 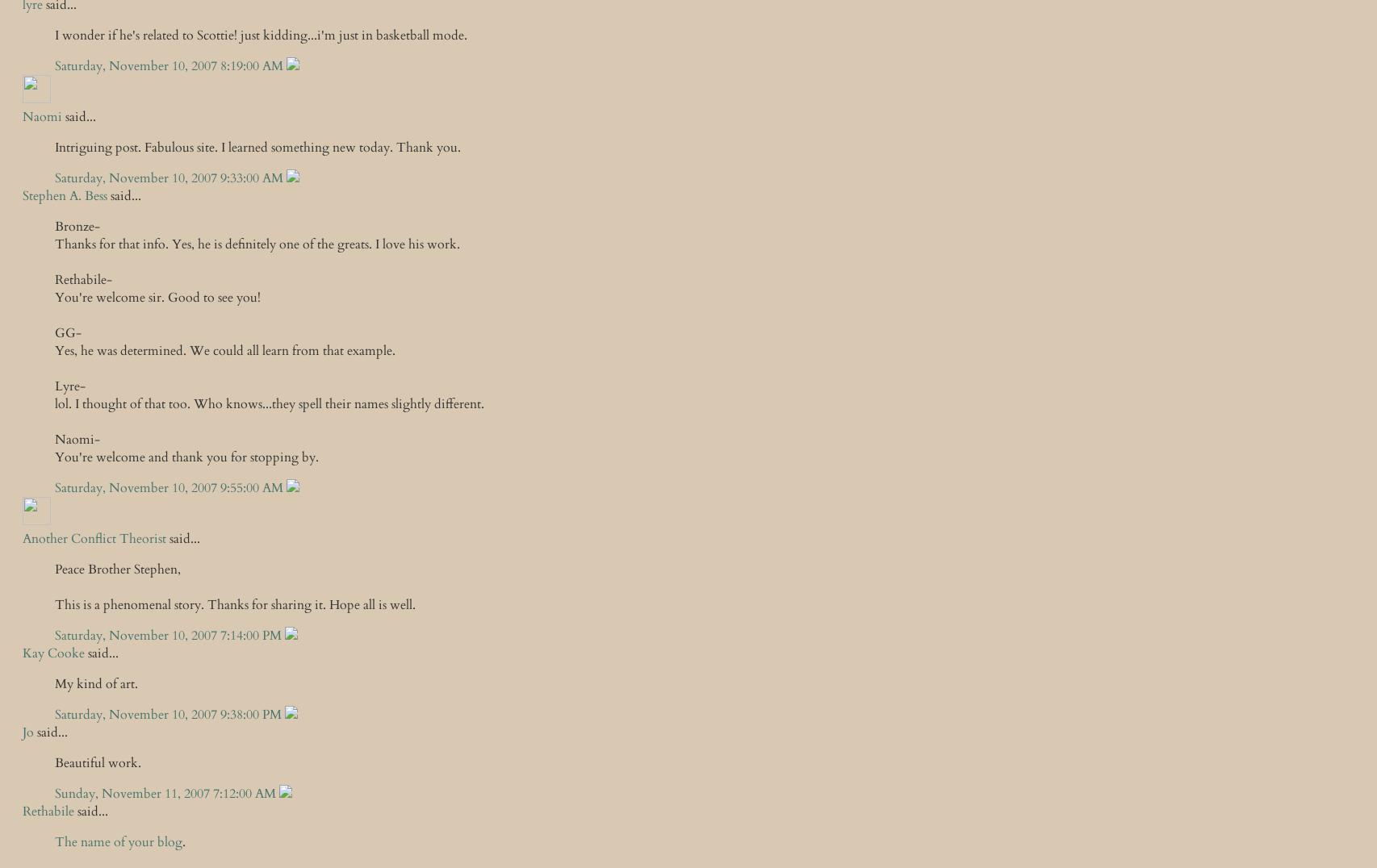 What do you see at coordinates (96, 682) in the screenshot?
I see `'My kind of art.'` at bounding box center [96, 682].